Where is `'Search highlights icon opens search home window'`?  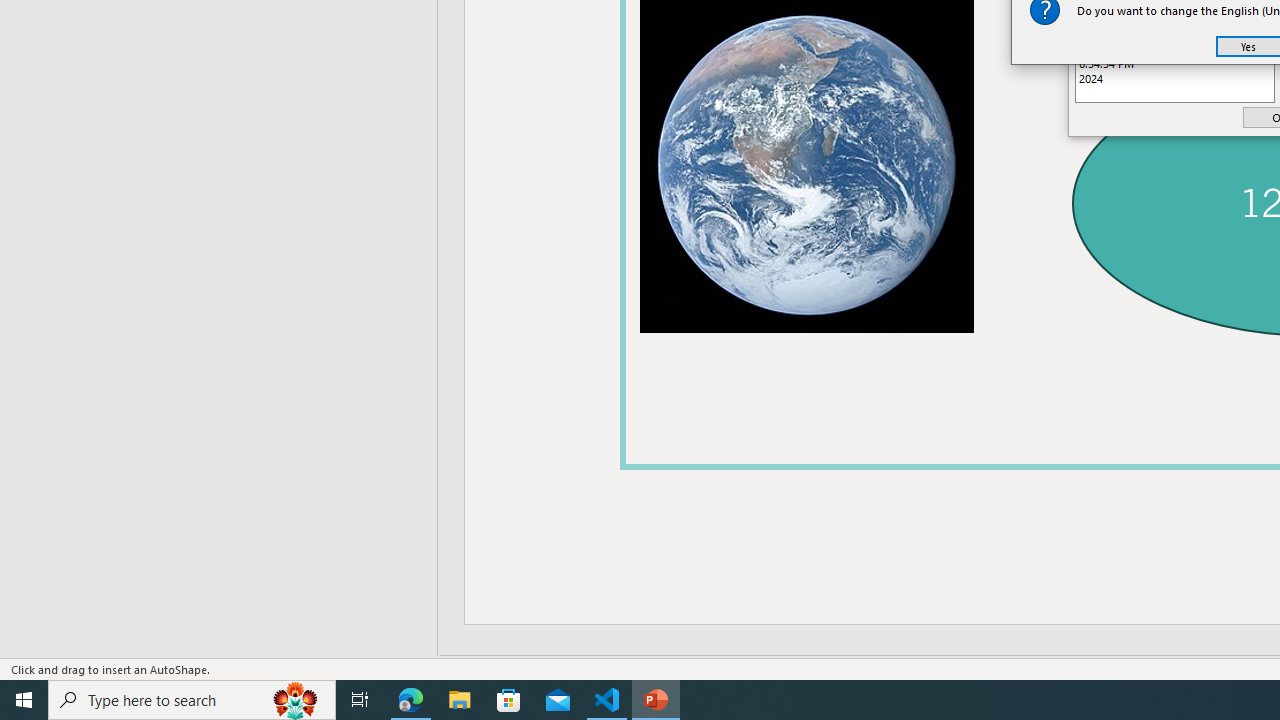
'Search highlights icon opens search home window' is located at coordinates (294, 698).